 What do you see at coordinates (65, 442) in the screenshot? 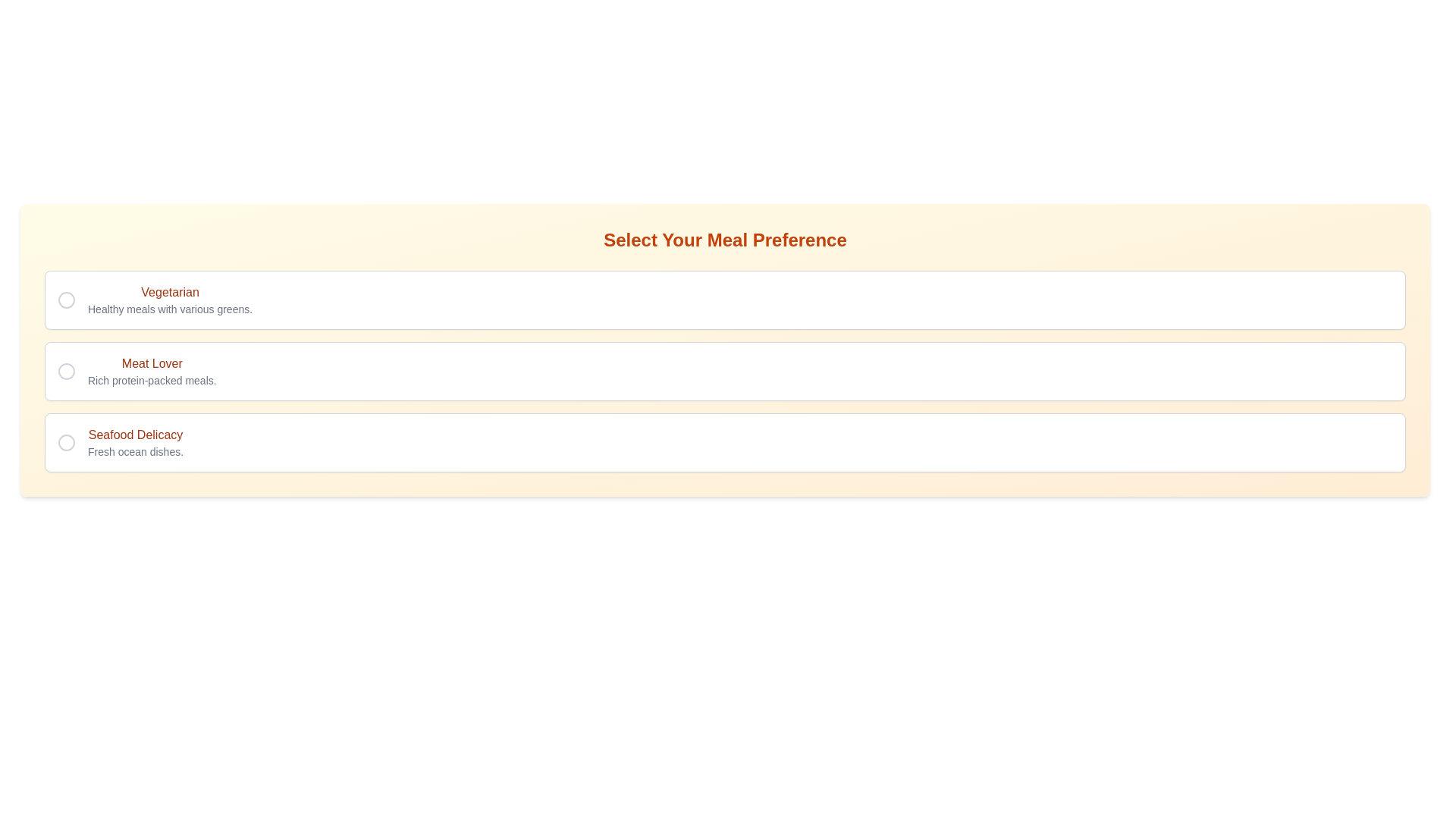
I see `the circular selection marker for the 'Seafood Delicacy' option` at bounding box center [65, 442].